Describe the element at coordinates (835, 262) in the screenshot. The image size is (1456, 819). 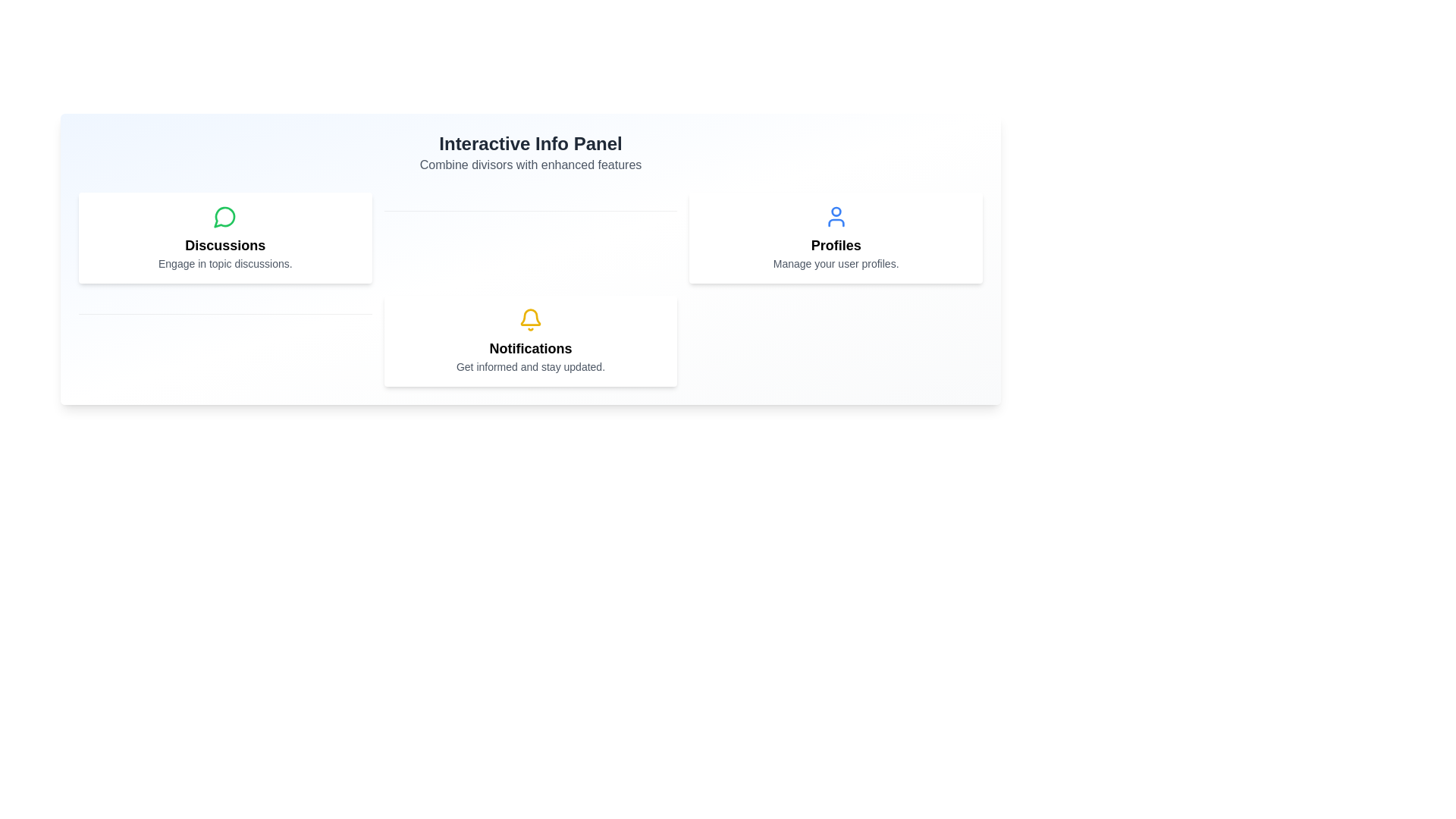
I see `the descriptive text label located within the 'Profiles' card in the top-right section of the user interface, which provides additional information about managing user profiles` at that location.